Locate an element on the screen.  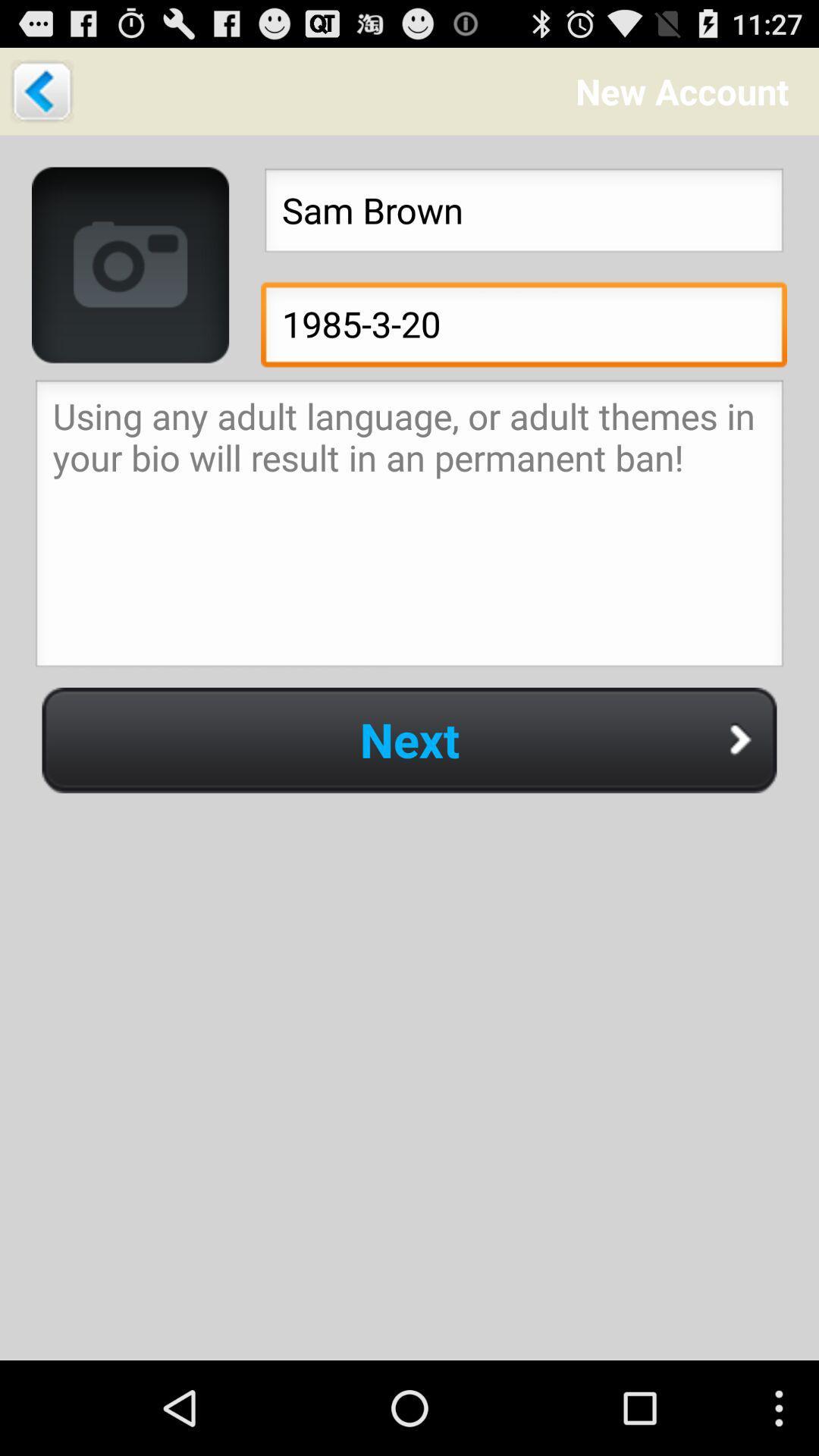
biography information is located at coordinates (409, 528).